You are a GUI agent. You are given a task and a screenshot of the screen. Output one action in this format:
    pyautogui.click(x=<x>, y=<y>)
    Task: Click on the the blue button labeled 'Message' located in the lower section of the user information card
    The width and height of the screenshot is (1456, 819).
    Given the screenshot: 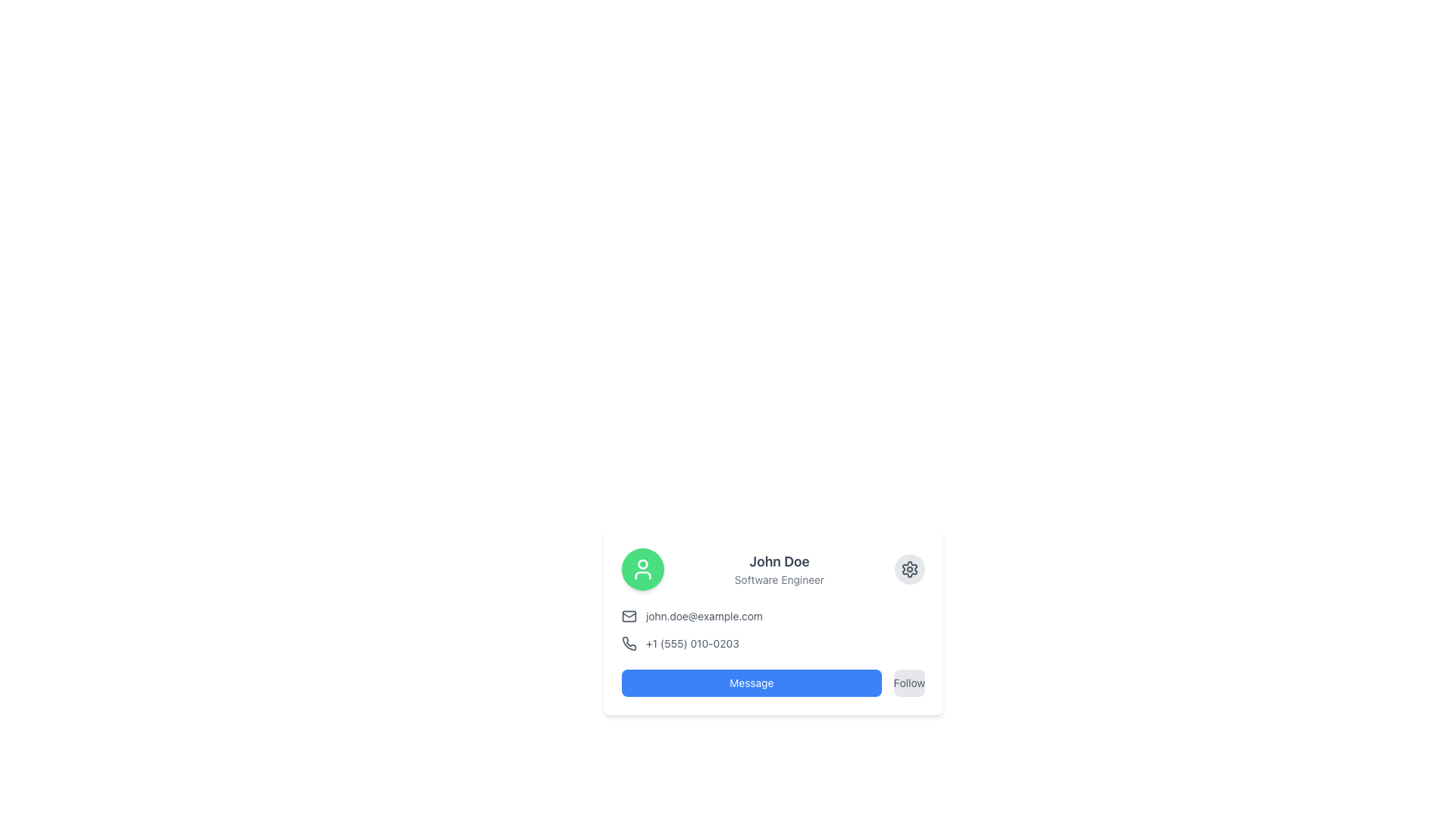 What is the action you would take?
    pyautogui.click(x=752, y=683)
    